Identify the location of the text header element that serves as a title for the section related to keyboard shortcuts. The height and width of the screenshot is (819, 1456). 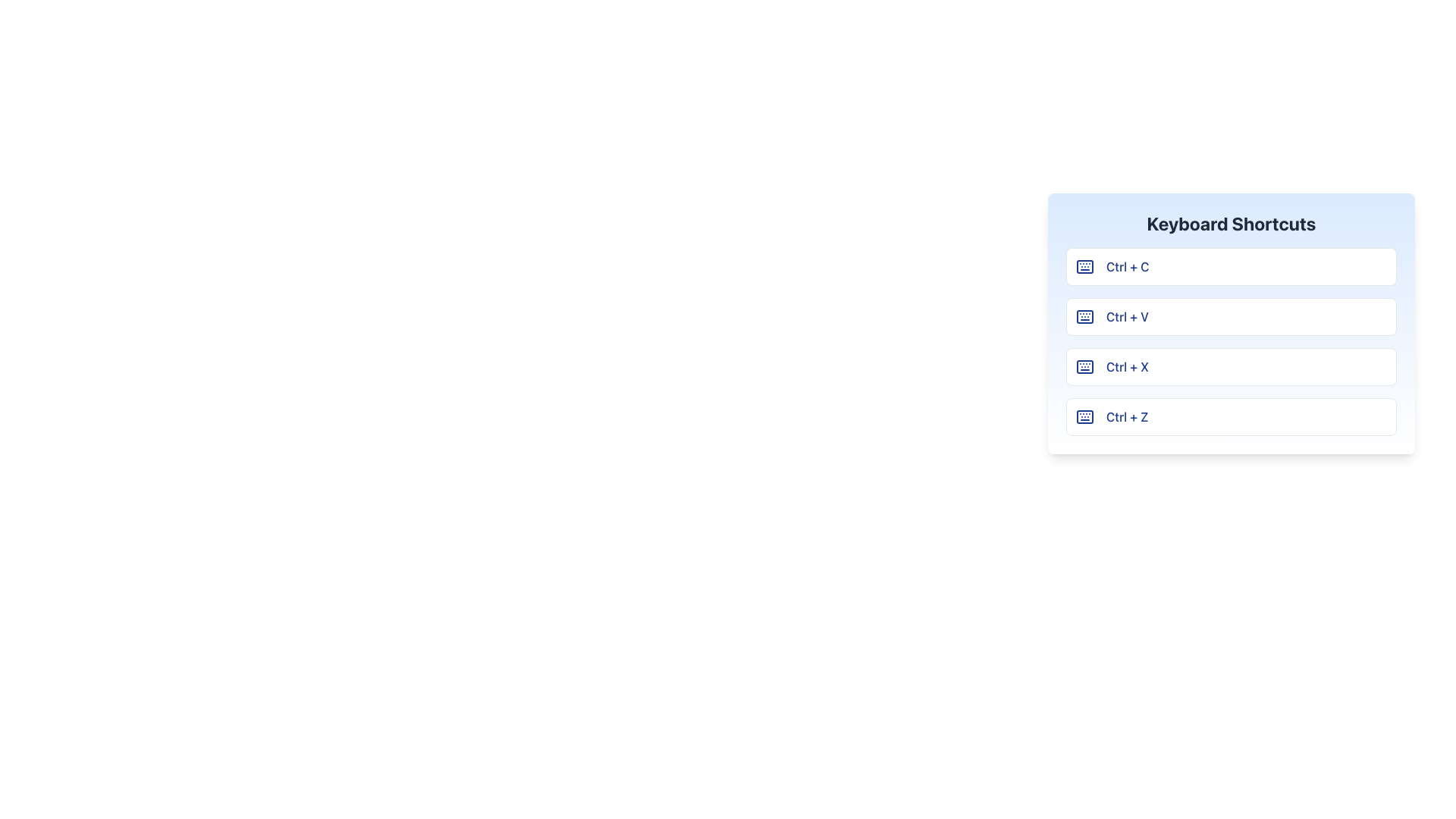
(1231, 223).